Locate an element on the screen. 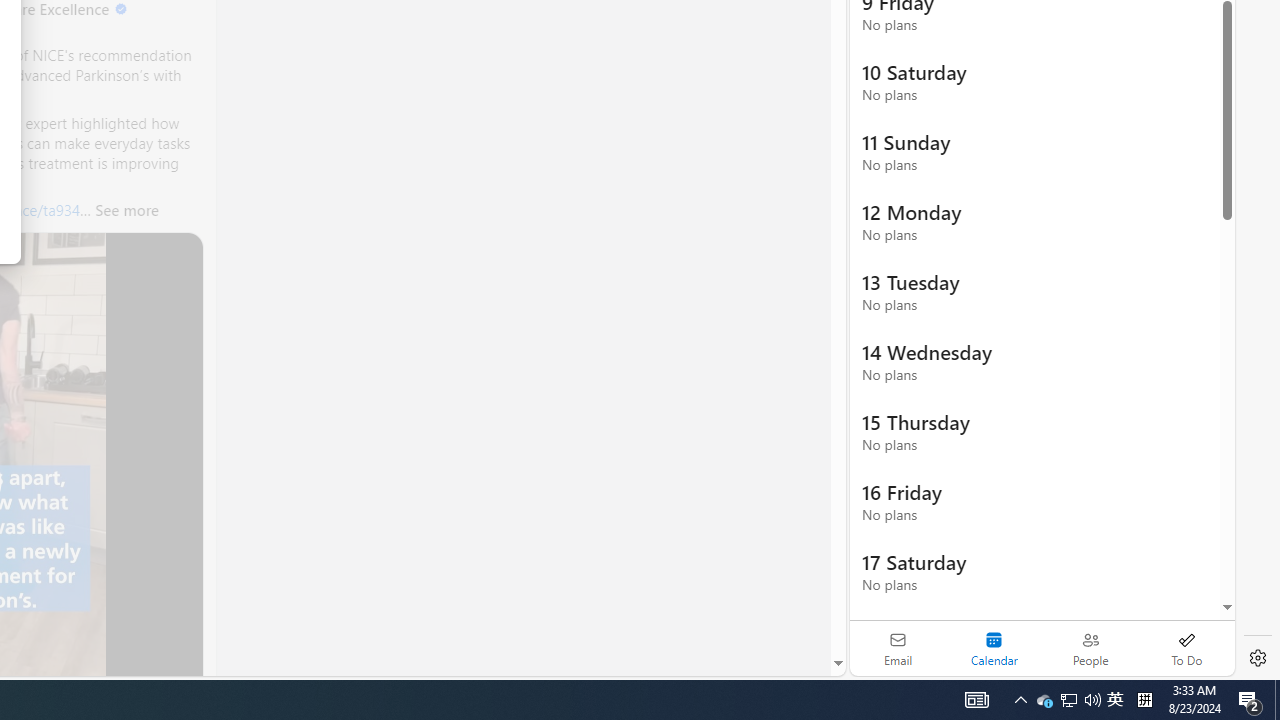 The width and height of the screenshot is (1280, 720). 'Email' is located at coordinates (897, 648).